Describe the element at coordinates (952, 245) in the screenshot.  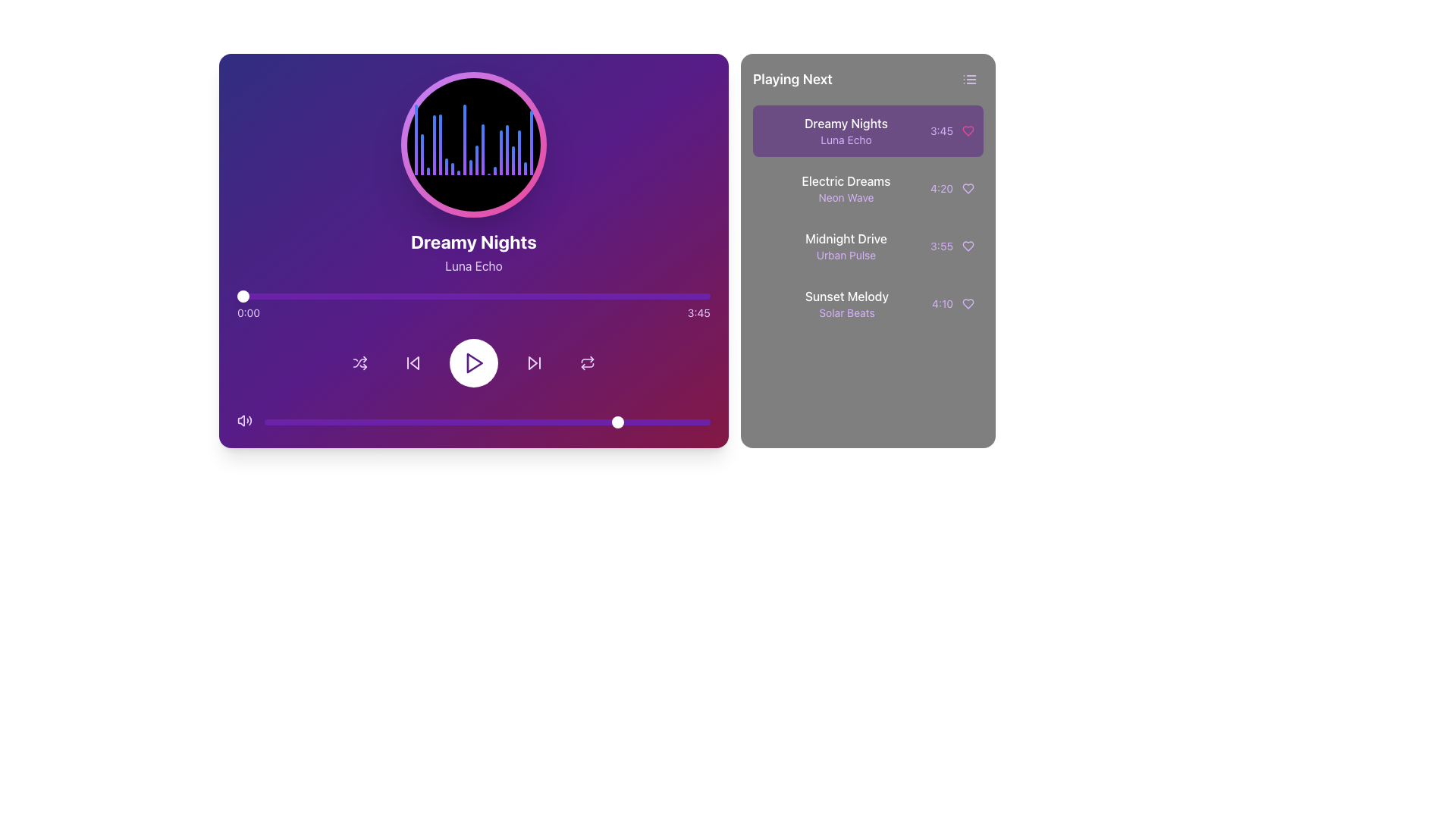
I see `the heart icon in the Duration display for the 'Midnight Drive' item to mark it as favorite` at that location.